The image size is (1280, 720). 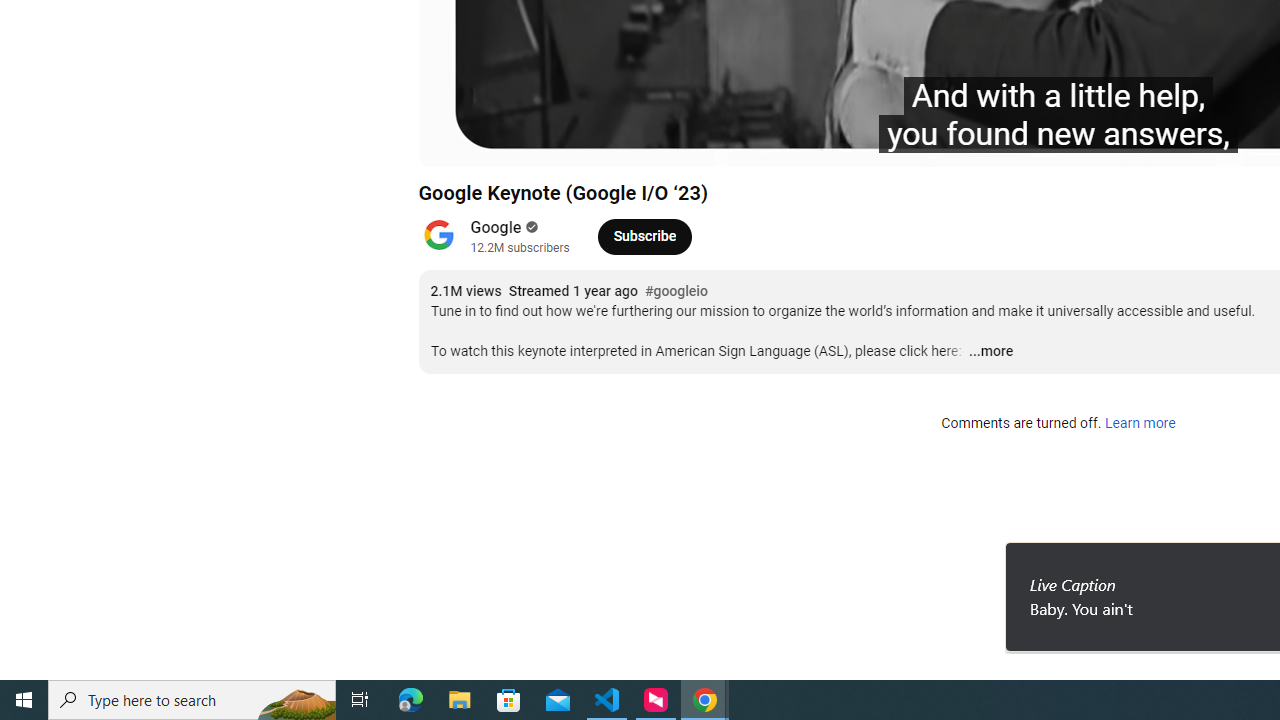 What do you see at coordinates (644, 235) in the screenshot?
I see `'Subscribe to Google.'` at bounding box center [644, 235].